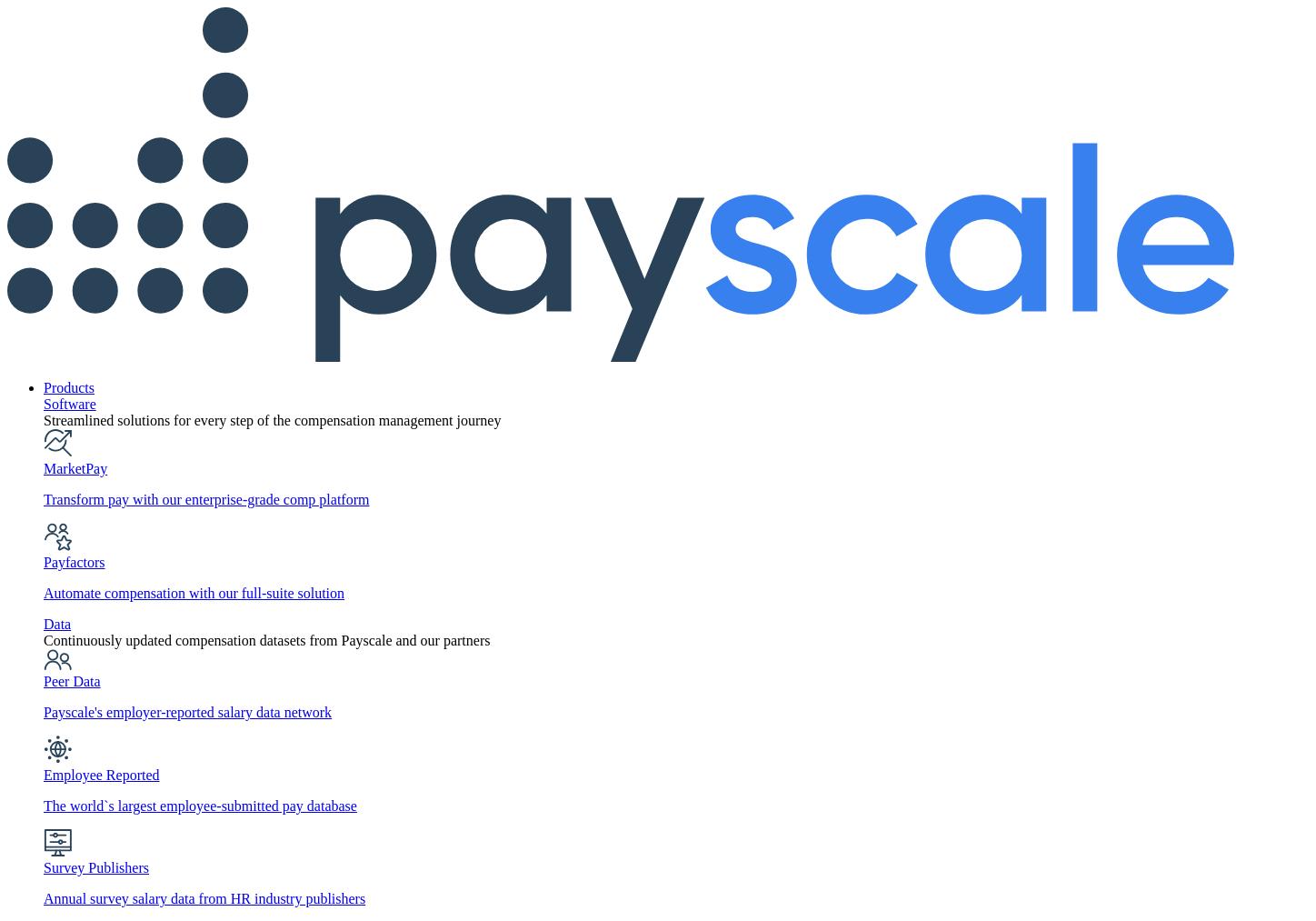 The width and height of the screenshot is (1316, 921). I want to click on 'Payscale's employer-reported salary data network', so click(43, 712).